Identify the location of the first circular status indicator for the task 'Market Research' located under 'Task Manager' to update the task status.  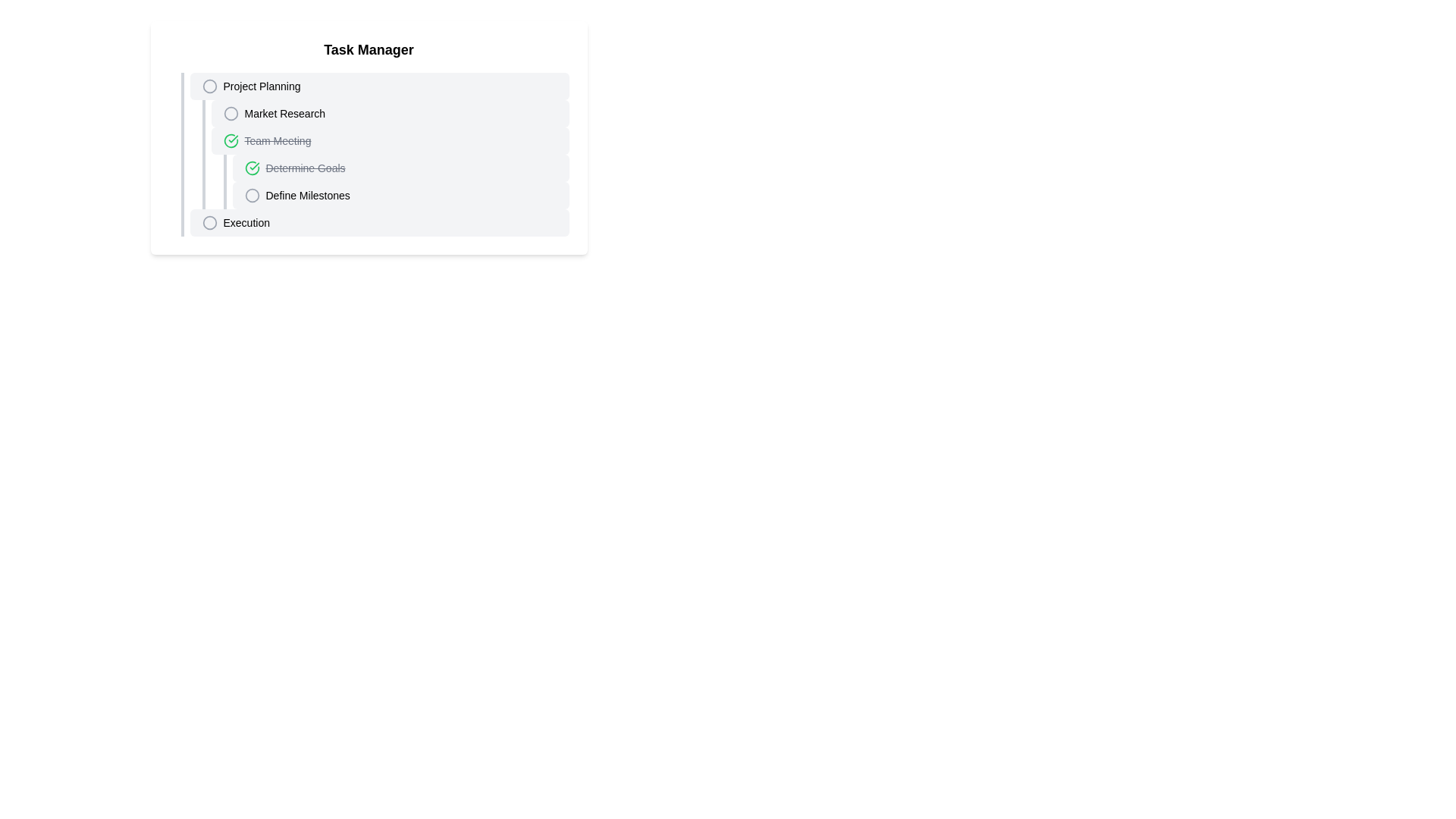
(230, 113).